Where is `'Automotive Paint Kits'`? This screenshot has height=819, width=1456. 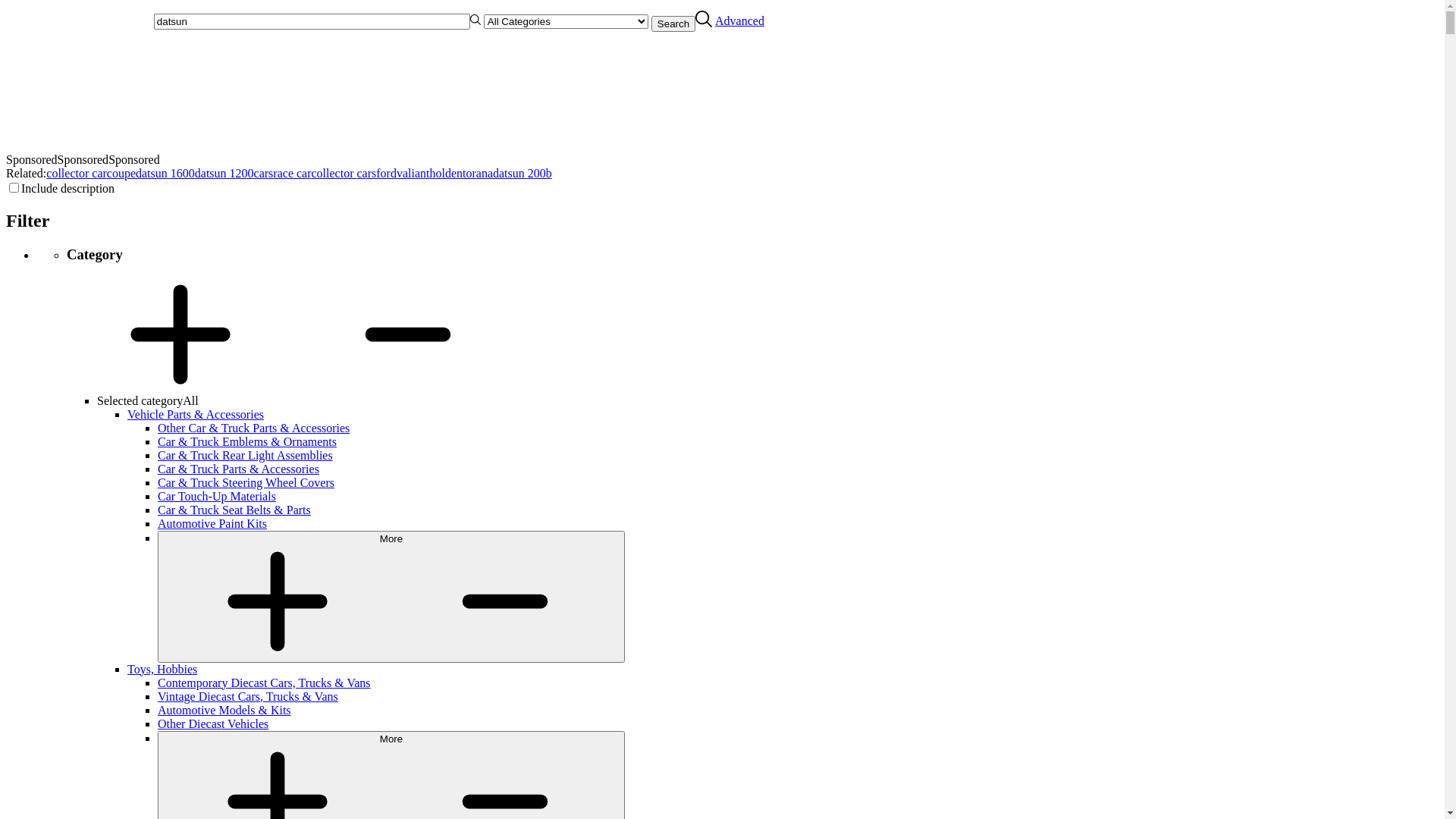 'Automotive Paint Kits' is located at coordinates (157, 522).